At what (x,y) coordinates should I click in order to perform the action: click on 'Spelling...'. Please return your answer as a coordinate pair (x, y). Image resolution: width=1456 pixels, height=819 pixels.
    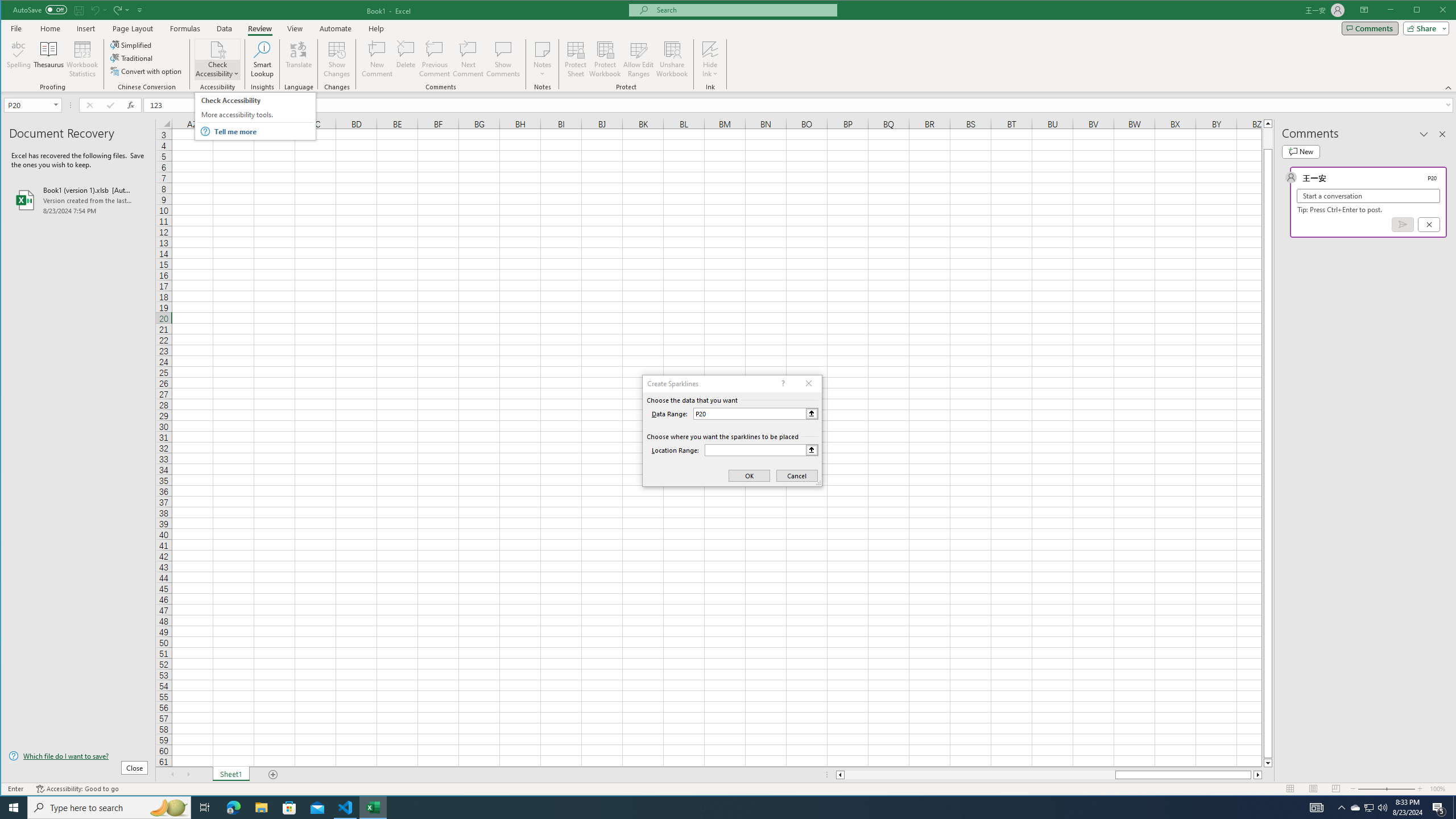
    Looking at the image, I should click on (18, 59).